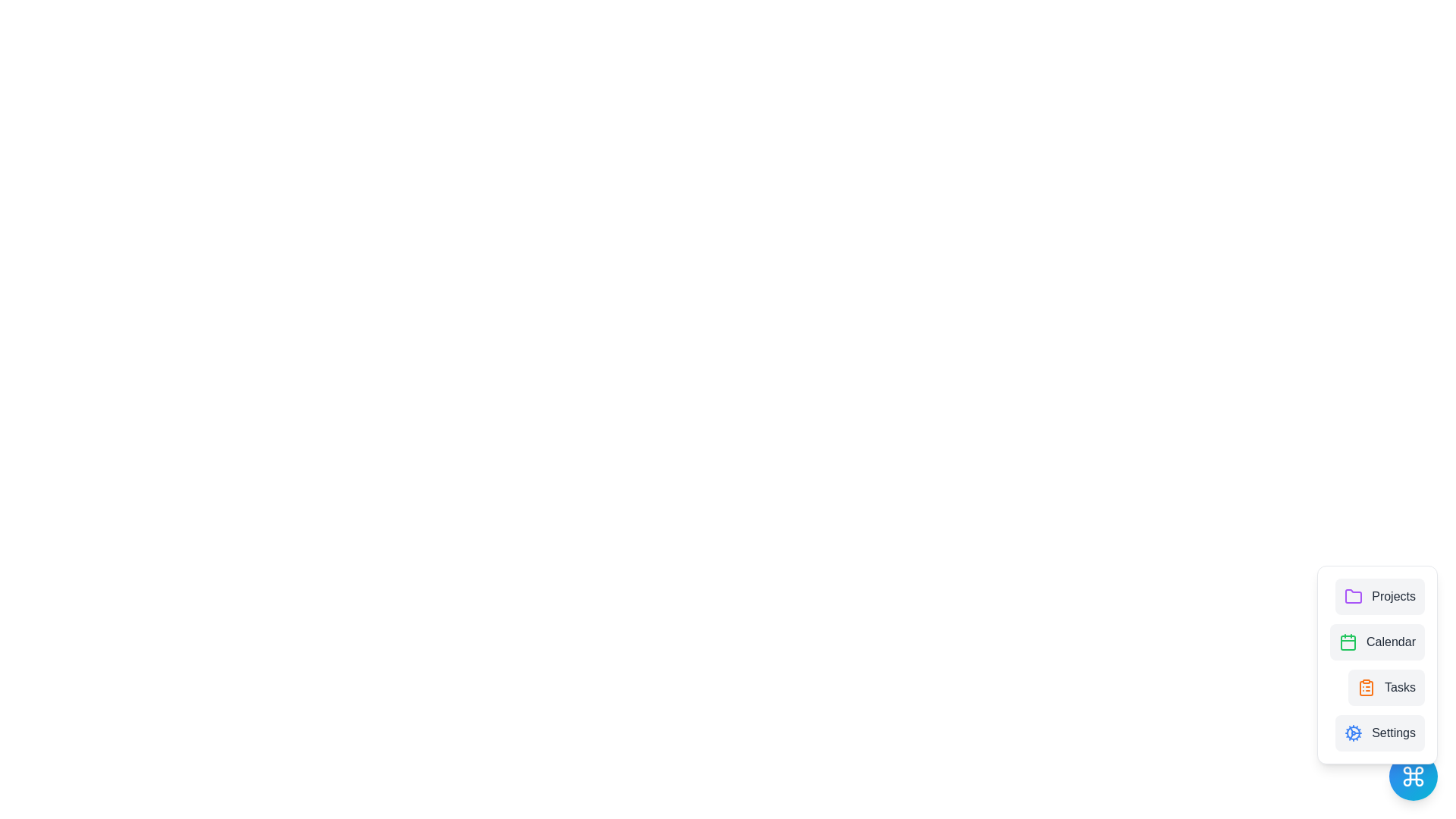 This screenshot has width=1456, height=819. What do you see at coordinates (1379, 733) in the screenshot?
I see `the Settings from the menu` at bounding box center [1379, 733].